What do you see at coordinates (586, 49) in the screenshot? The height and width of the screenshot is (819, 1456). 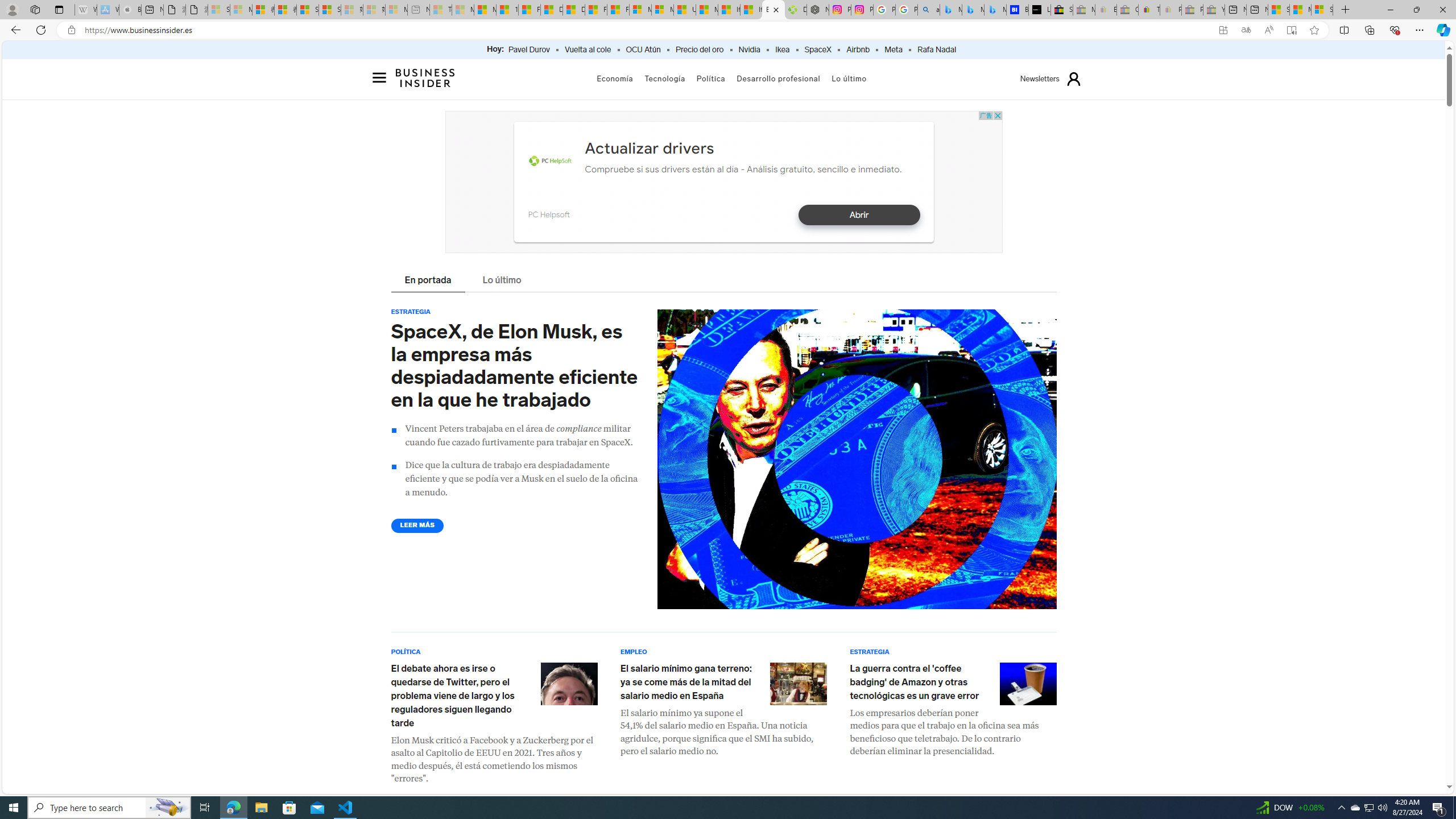 I see `'Vuelta al cole'` at bounding box center [586, 49].